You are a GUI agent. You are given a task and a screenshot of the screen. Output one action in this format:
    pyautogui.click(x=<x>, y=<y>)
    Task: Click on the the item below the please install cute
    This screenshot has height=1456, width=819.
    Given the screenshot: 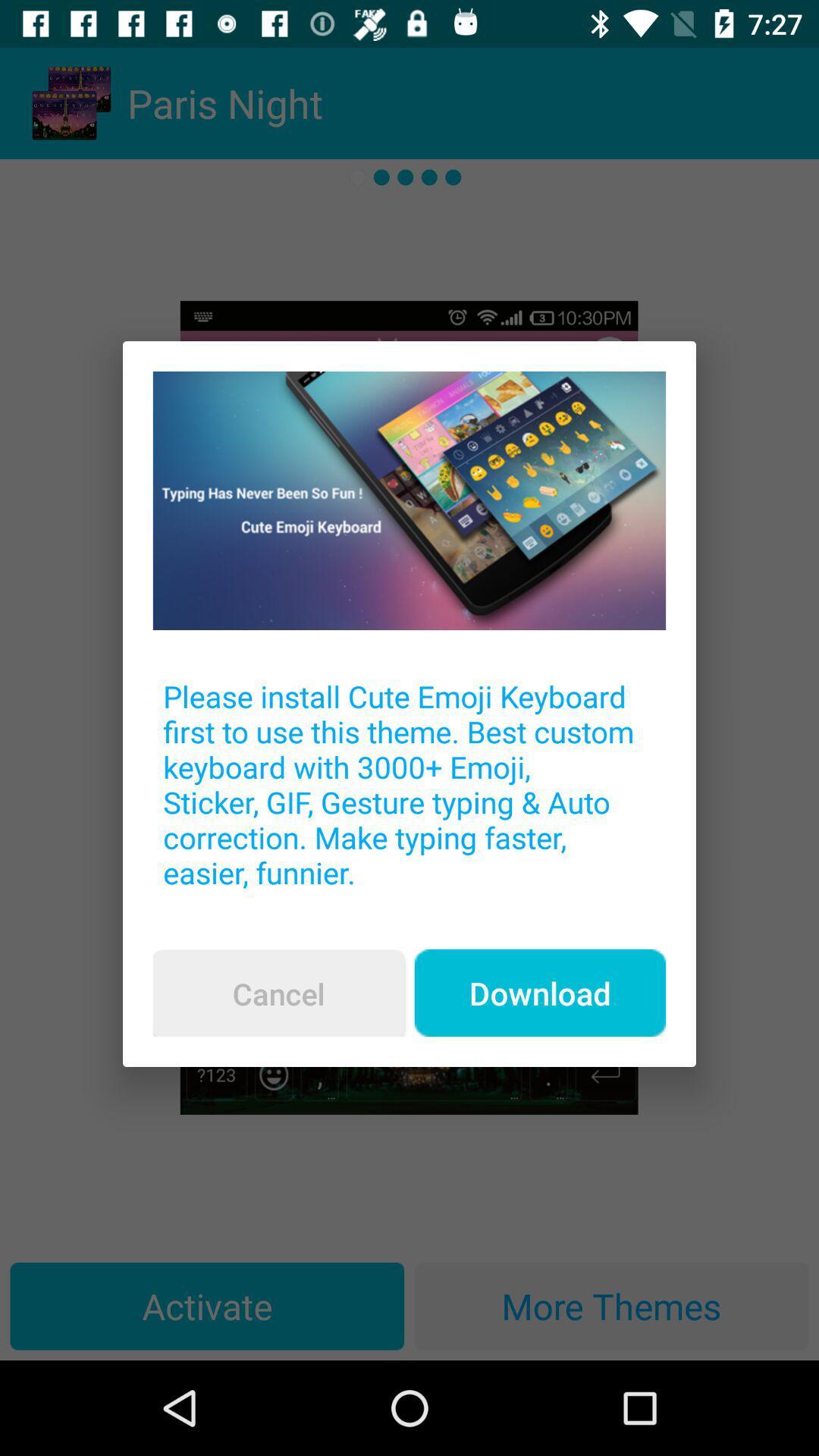 What is the action you would take?
    pyautogui.click(x=539, y=993)
    